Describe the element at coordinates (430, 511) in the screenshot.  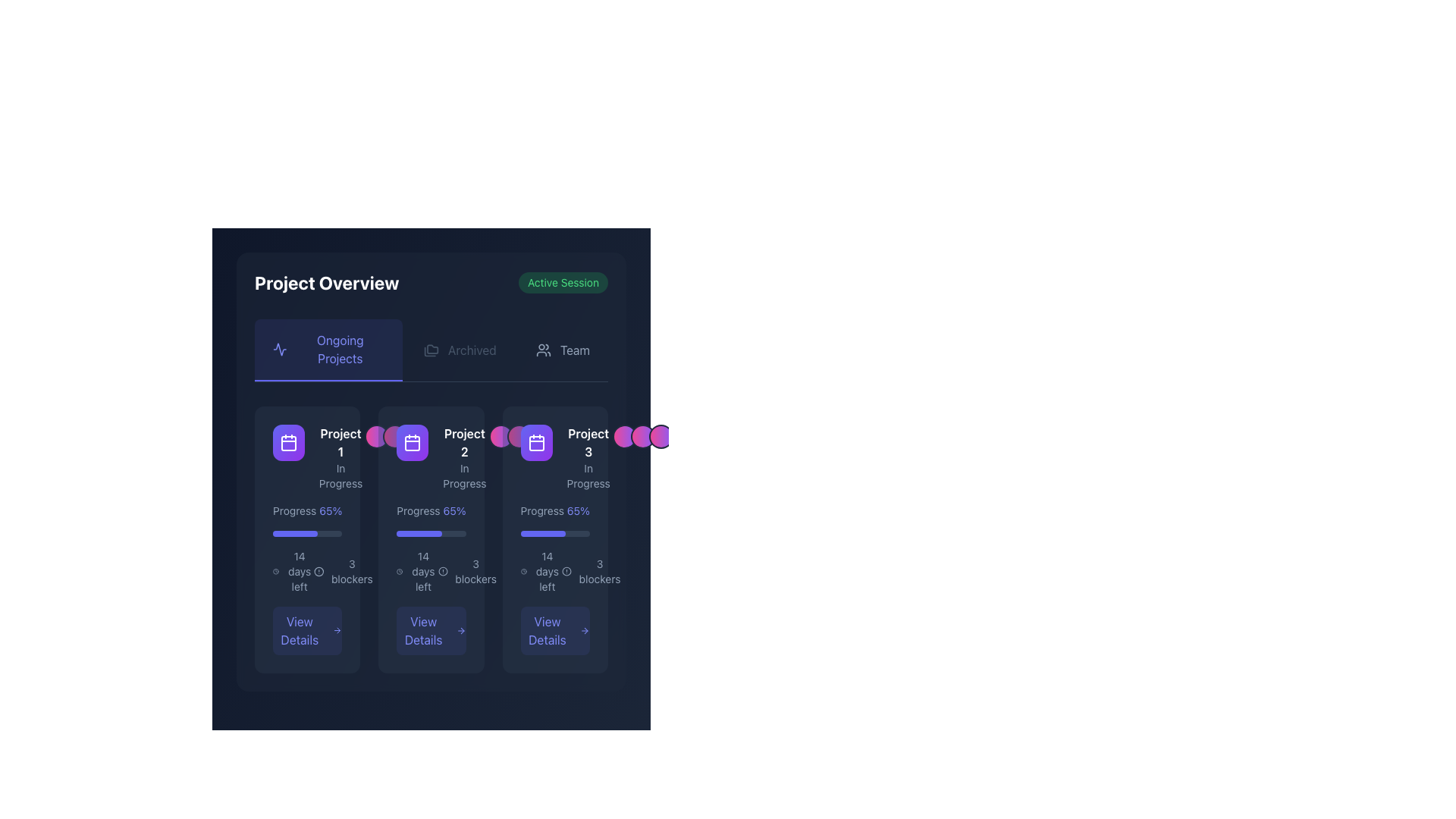
I see `the text display element showing the progress status ('Progress' and '65%') located in the 'Project 2' card within the 'Project Overview' section` at that location.